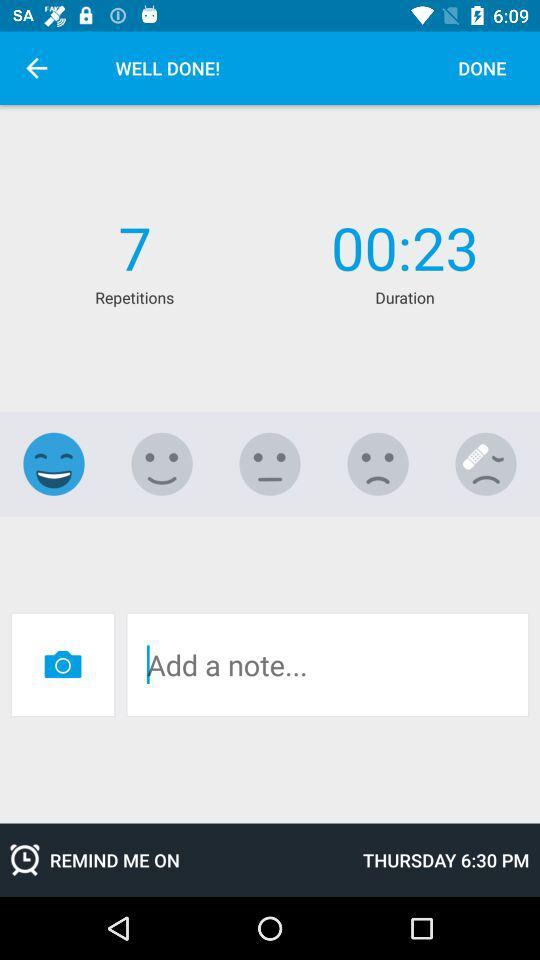 This screenshot has height=960, width=540. I want to click on the thursday 6 30 at the bottom right corner, so click(446, 859).